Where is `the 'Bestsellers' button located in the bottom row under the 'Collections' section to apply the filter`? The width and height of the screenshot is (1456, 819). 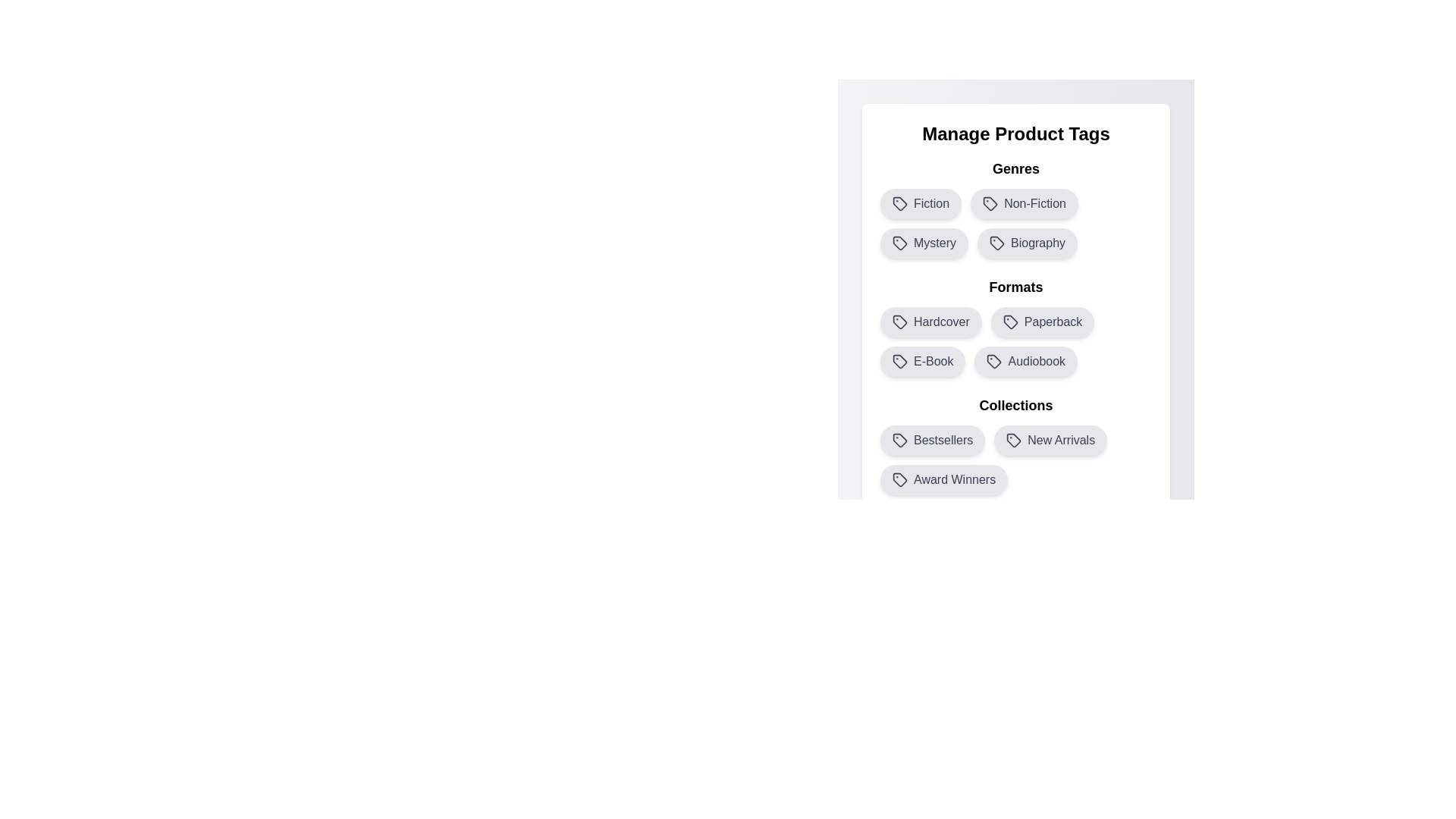
the 'Bestsellers' button located in the bottom row under the 'Collections' section to apply the filter is located at coordinates (931, 441).